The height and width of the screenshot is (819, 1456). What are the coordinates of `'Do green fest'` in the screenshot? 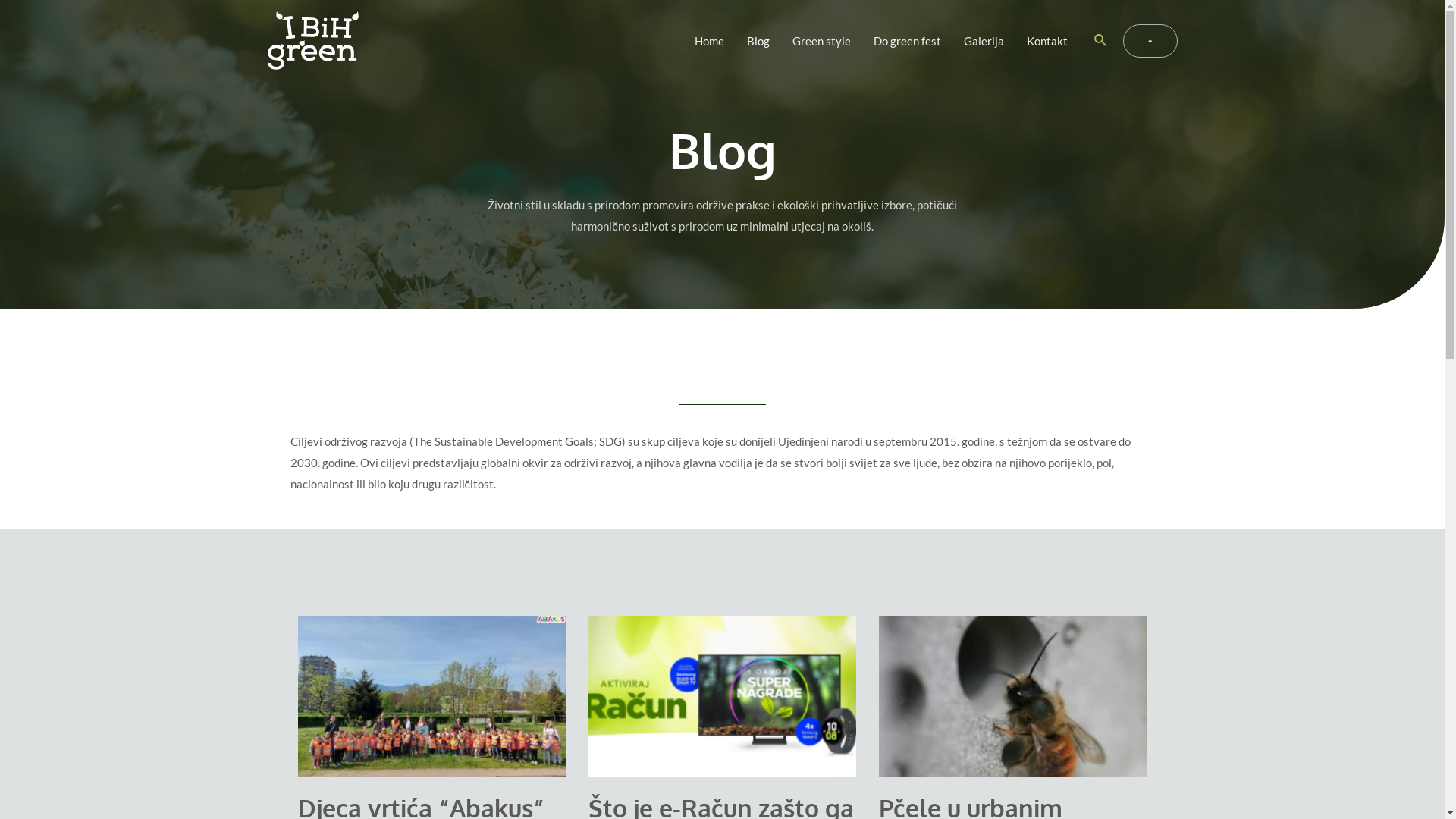 It's located at (907, 40).